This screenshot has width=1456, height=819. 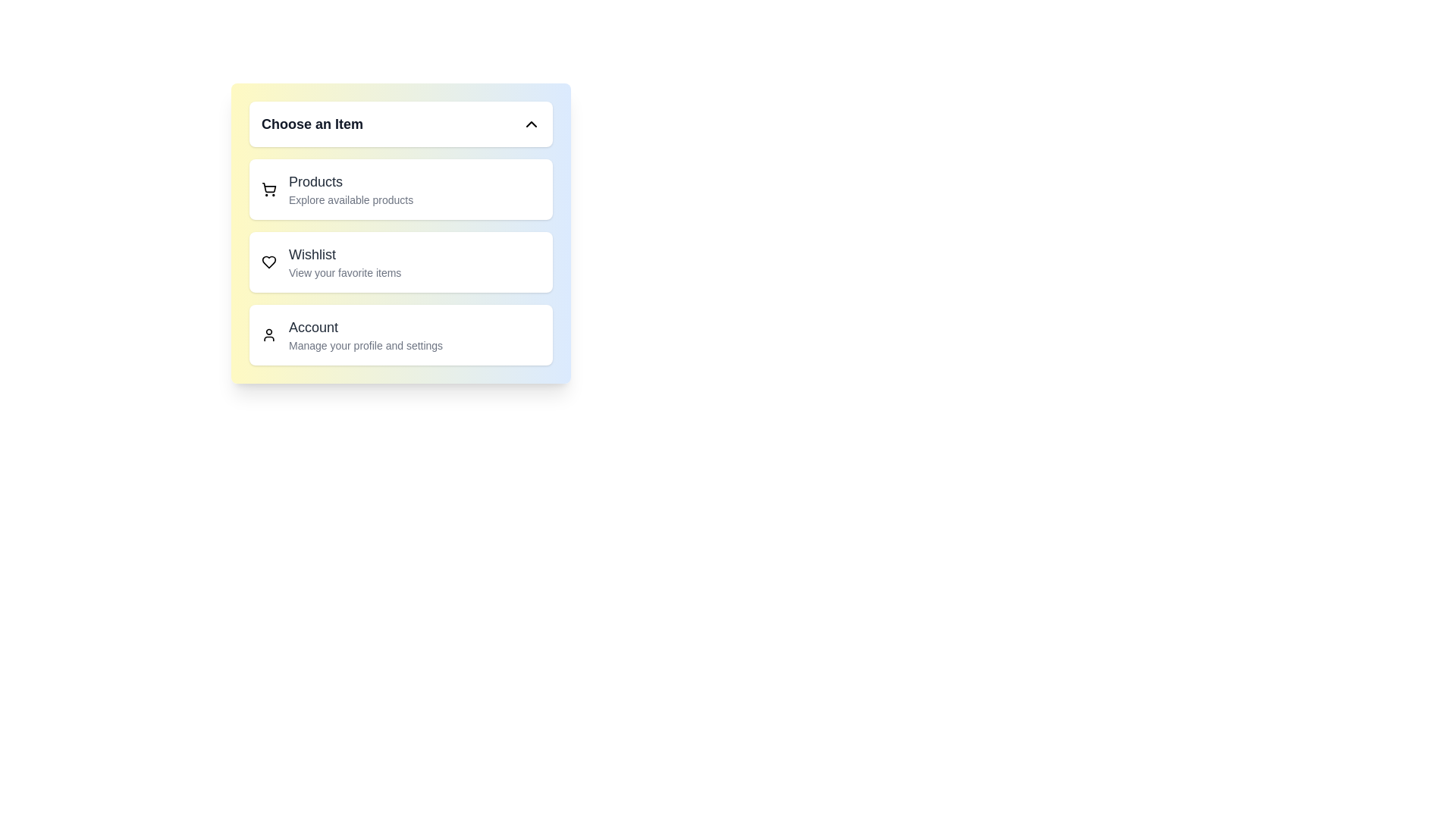 What do you see at coordinates (400, 262) in the screenshot?
I see `the menu option Wishlist to select it` at bounding box center [400, 262].